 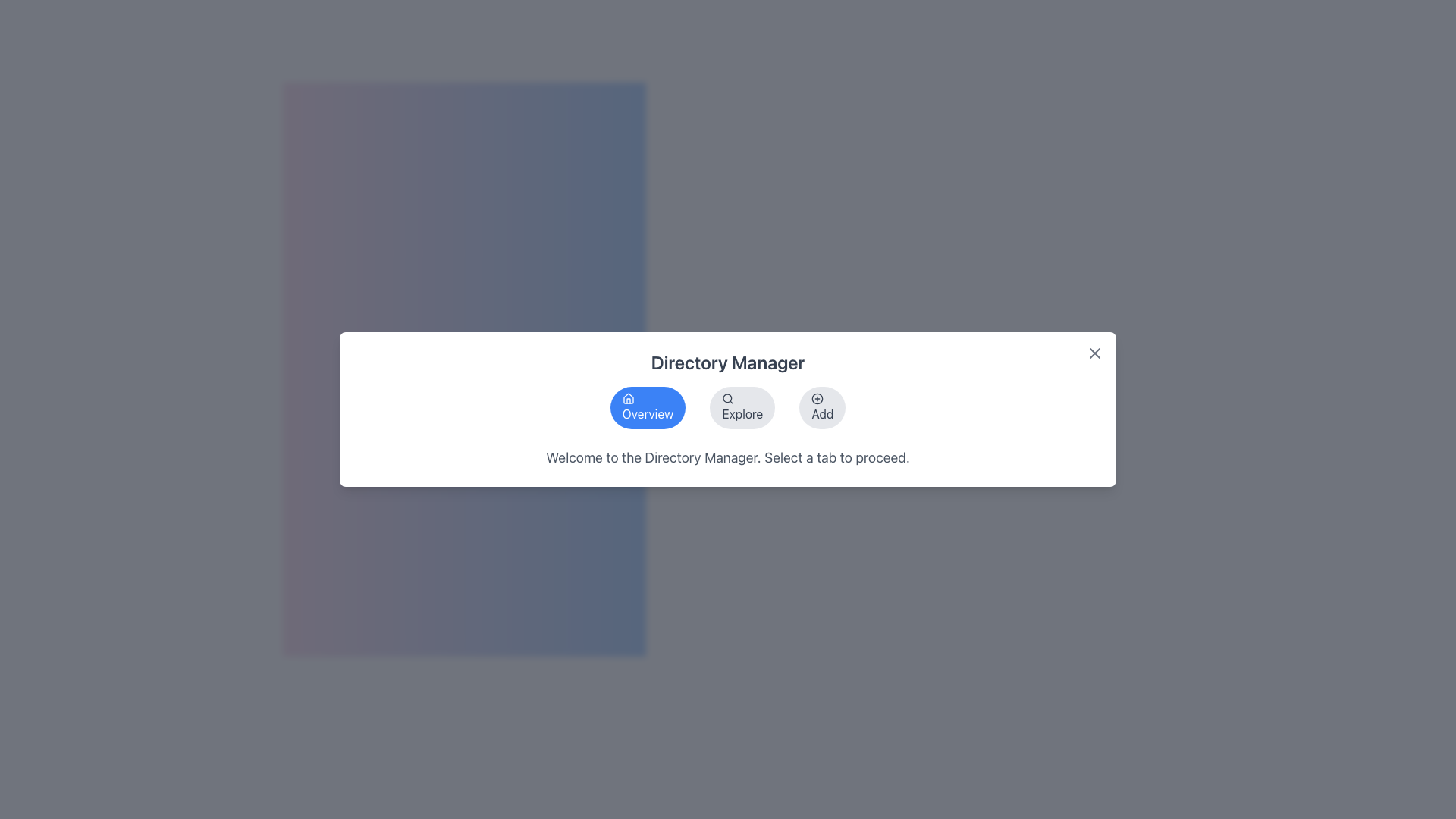 What do you see at coordinates (728, 457) in the screenshot?
I see `the guidance Text Label located at the lower portion of the modal box, directly beneath the tabs labeled 'Overview', 'Explore', and 'Add'` at bounding box center [728, 457].